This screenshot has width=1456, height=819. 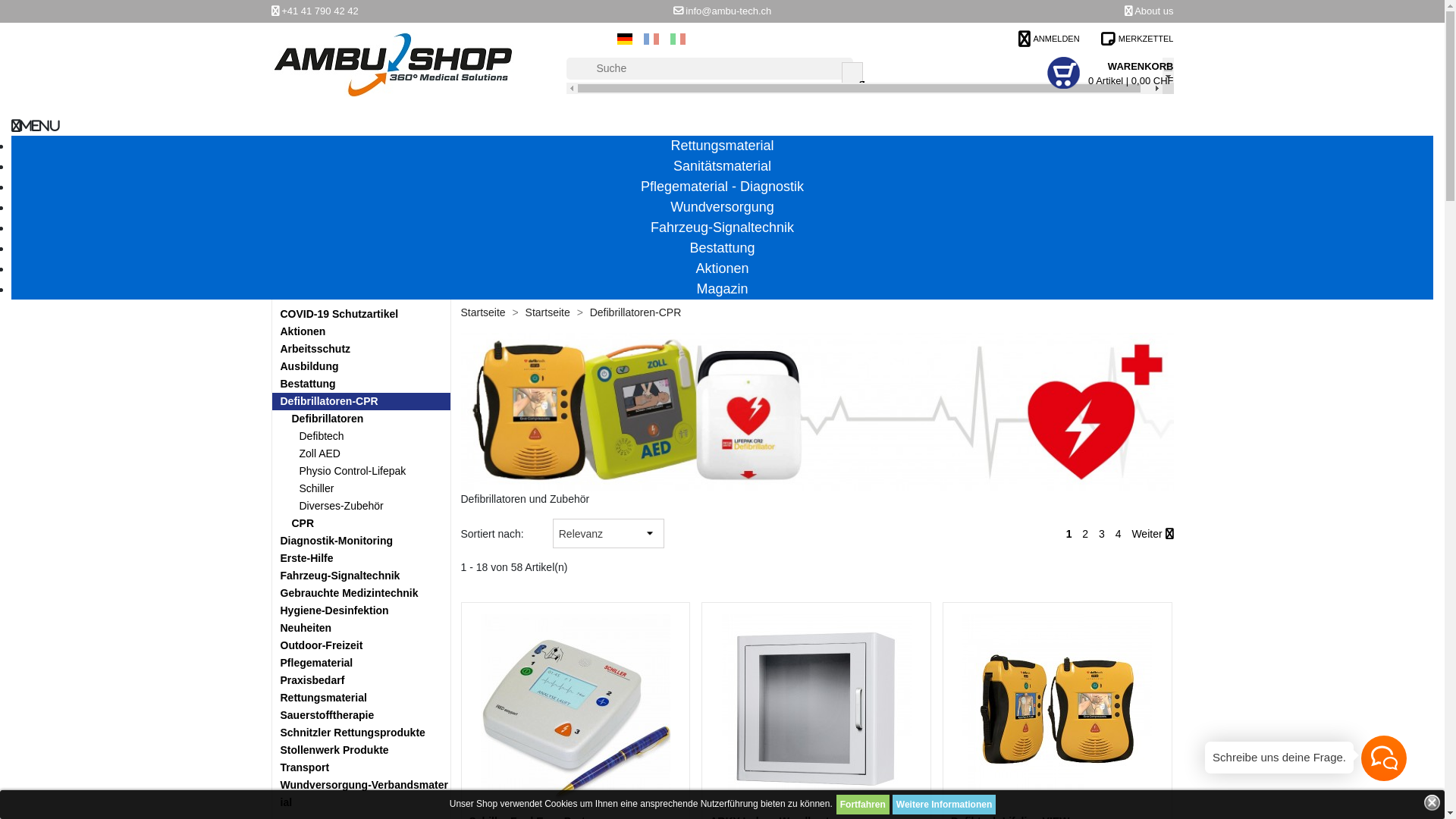 I want to click on 'Gebrauchte Medizintechnik', so click(x=359, y=591).